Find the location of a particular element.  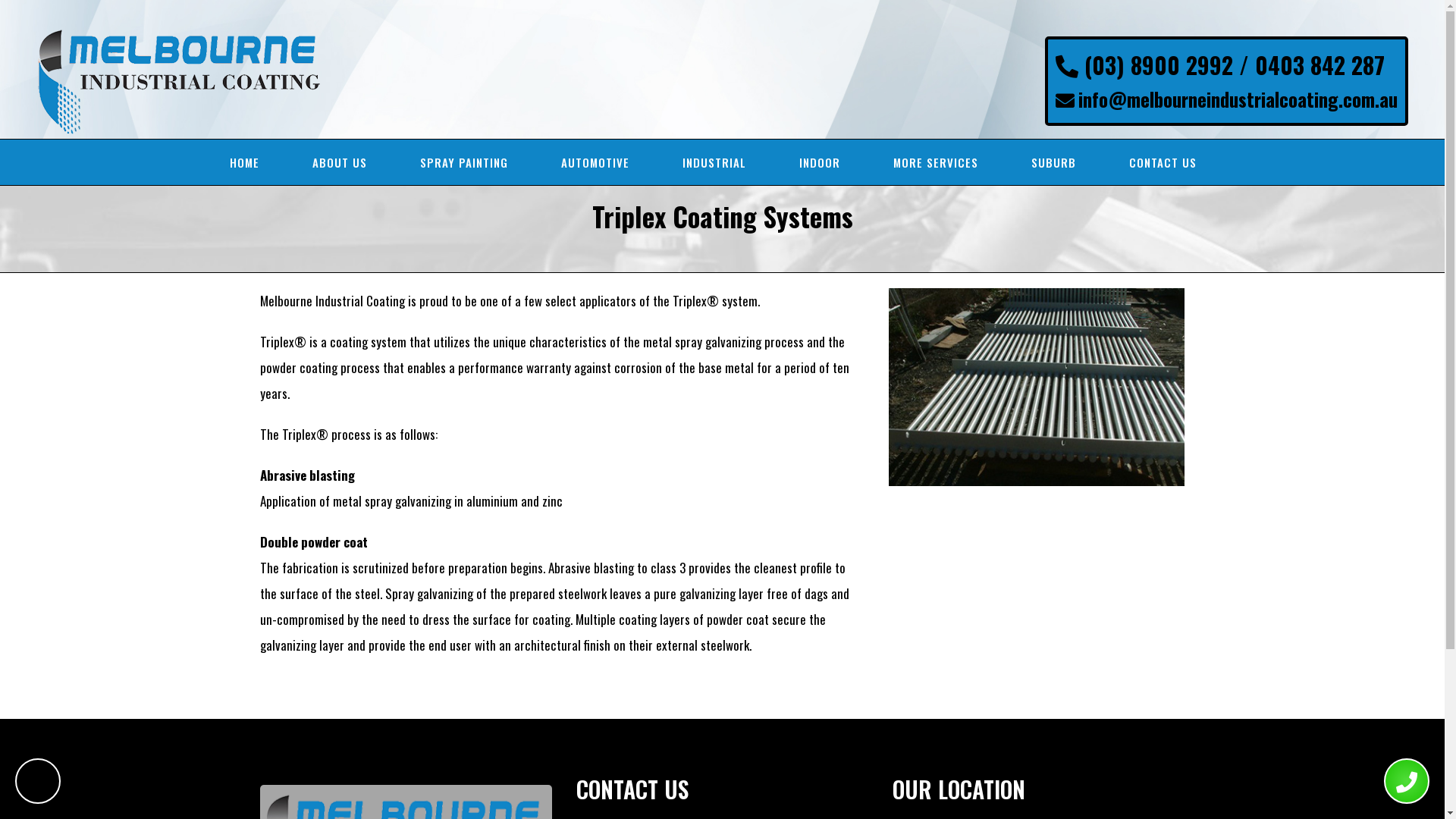

'INDOOR' is located at coordinates (818, 162).